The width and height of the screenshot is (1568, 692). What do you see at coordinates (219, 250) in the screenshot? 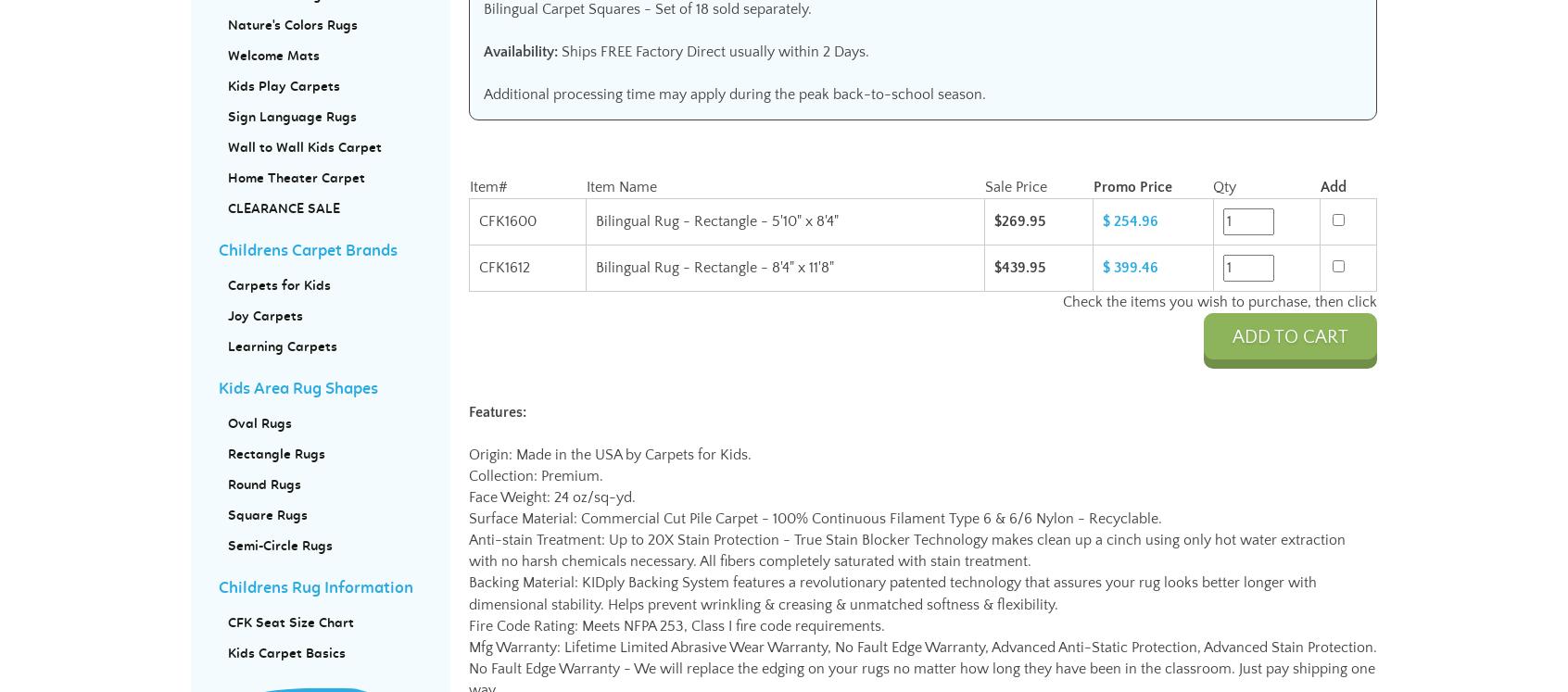
I see `'Childrens Carpet Brands'` at bounding box center [219, 250].